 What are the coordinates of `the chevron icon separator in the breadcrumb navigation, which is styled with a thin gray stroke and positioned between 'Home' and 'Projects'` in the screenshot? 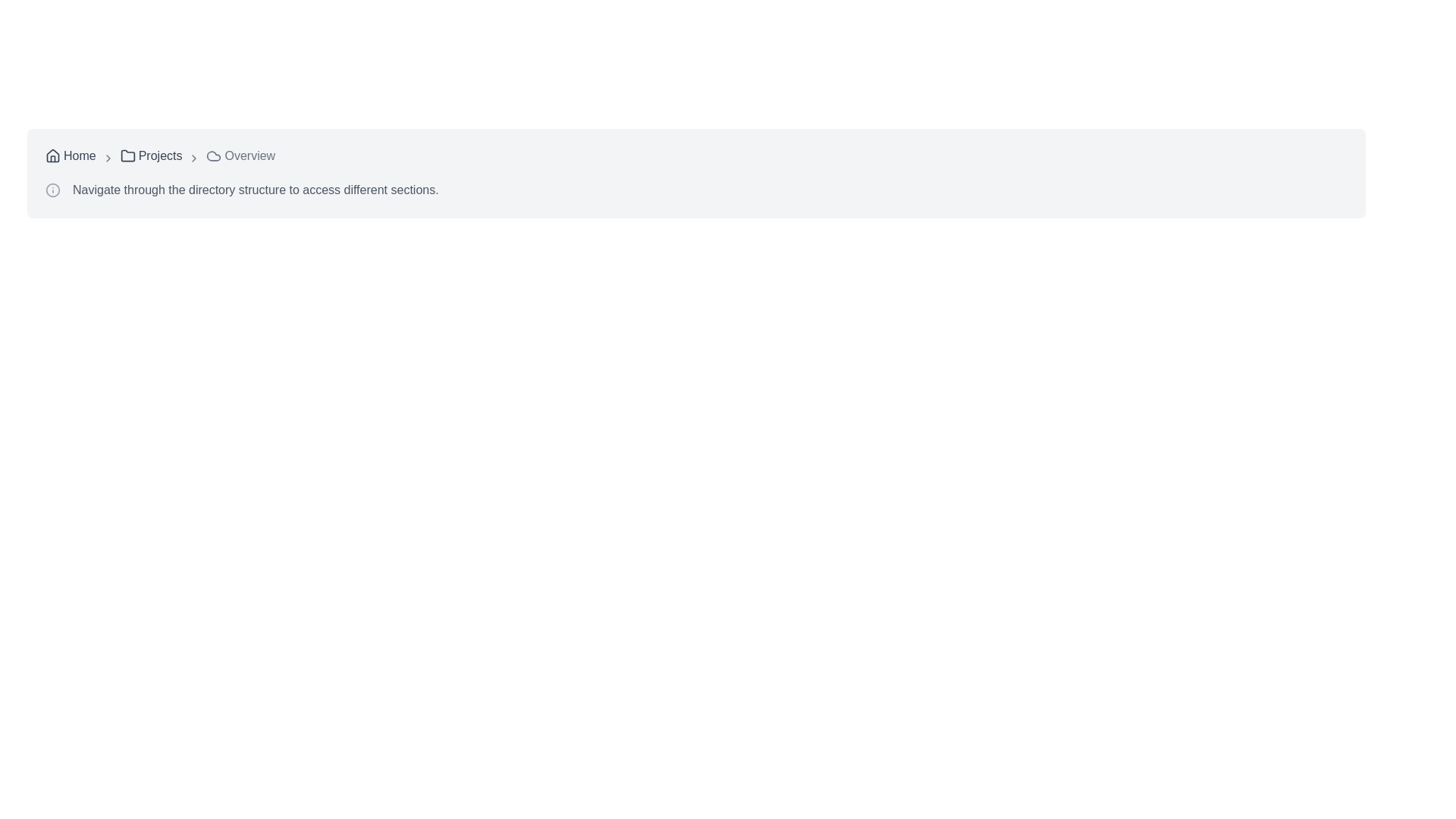 It's located at (107, 158).